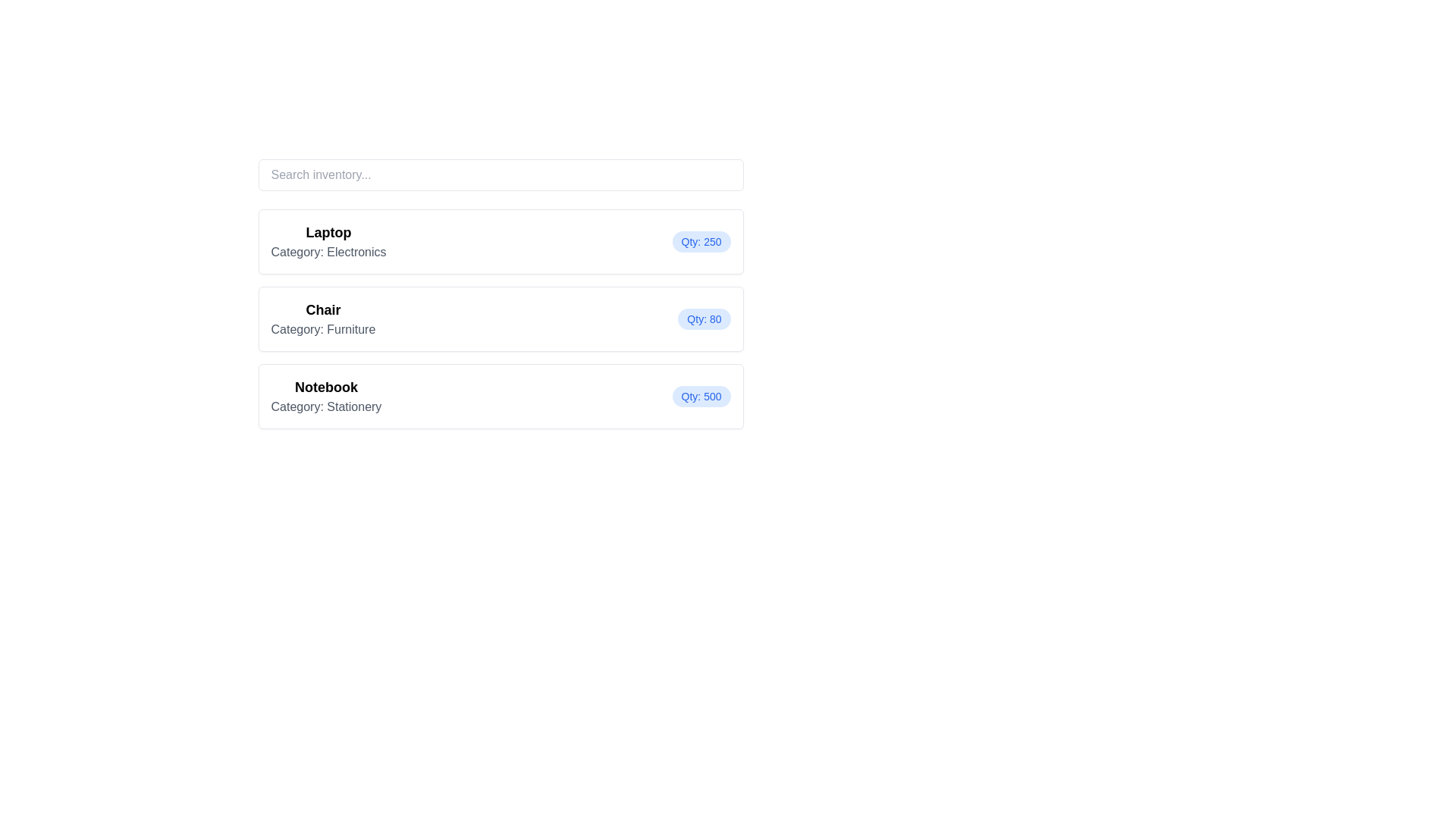  Describe the element at coordinates (325, 396) in the screenshot. I see `the Text Display Unit displaying 'Notebook' and 'Category: Stationery', which is the left-aligned text group in the third list item on the page` at that location.